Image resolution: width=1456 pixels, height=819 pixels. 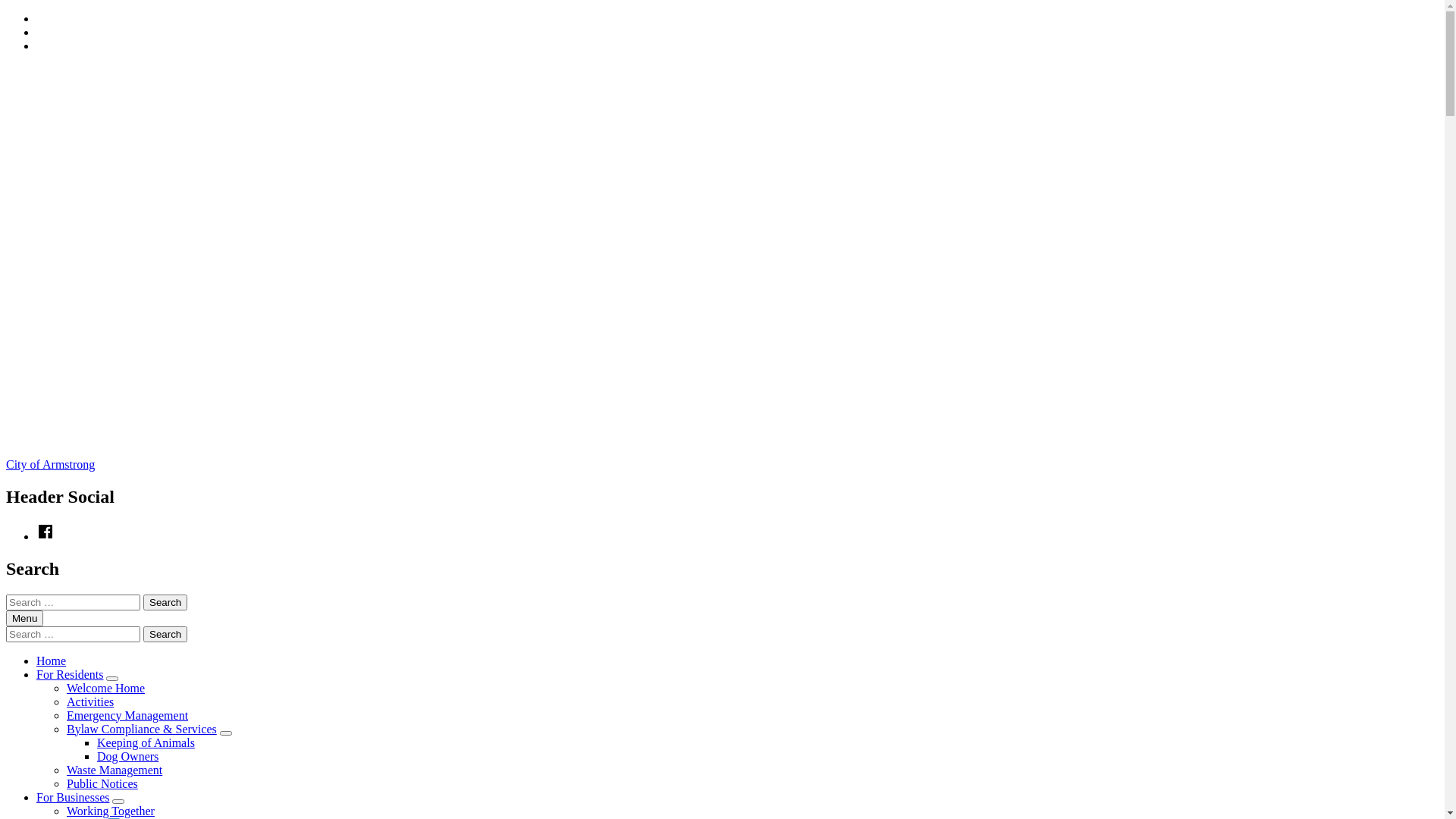 What do you see at coordinates (24, 618) in the screenshot?
I see `'Menu'` at bounding box center [24, 618].